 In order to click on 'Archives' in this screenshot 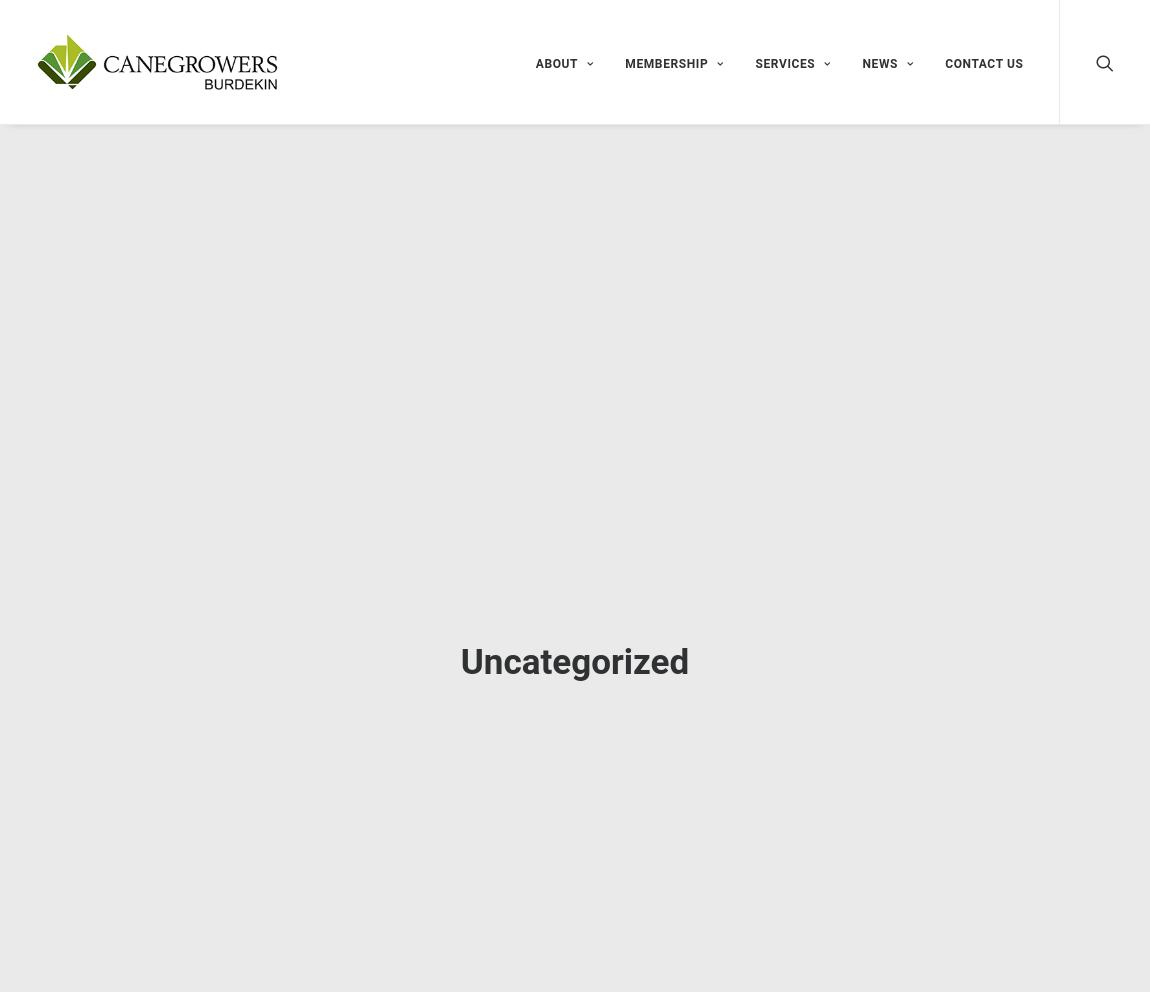, I will do `click(821, 780)`.